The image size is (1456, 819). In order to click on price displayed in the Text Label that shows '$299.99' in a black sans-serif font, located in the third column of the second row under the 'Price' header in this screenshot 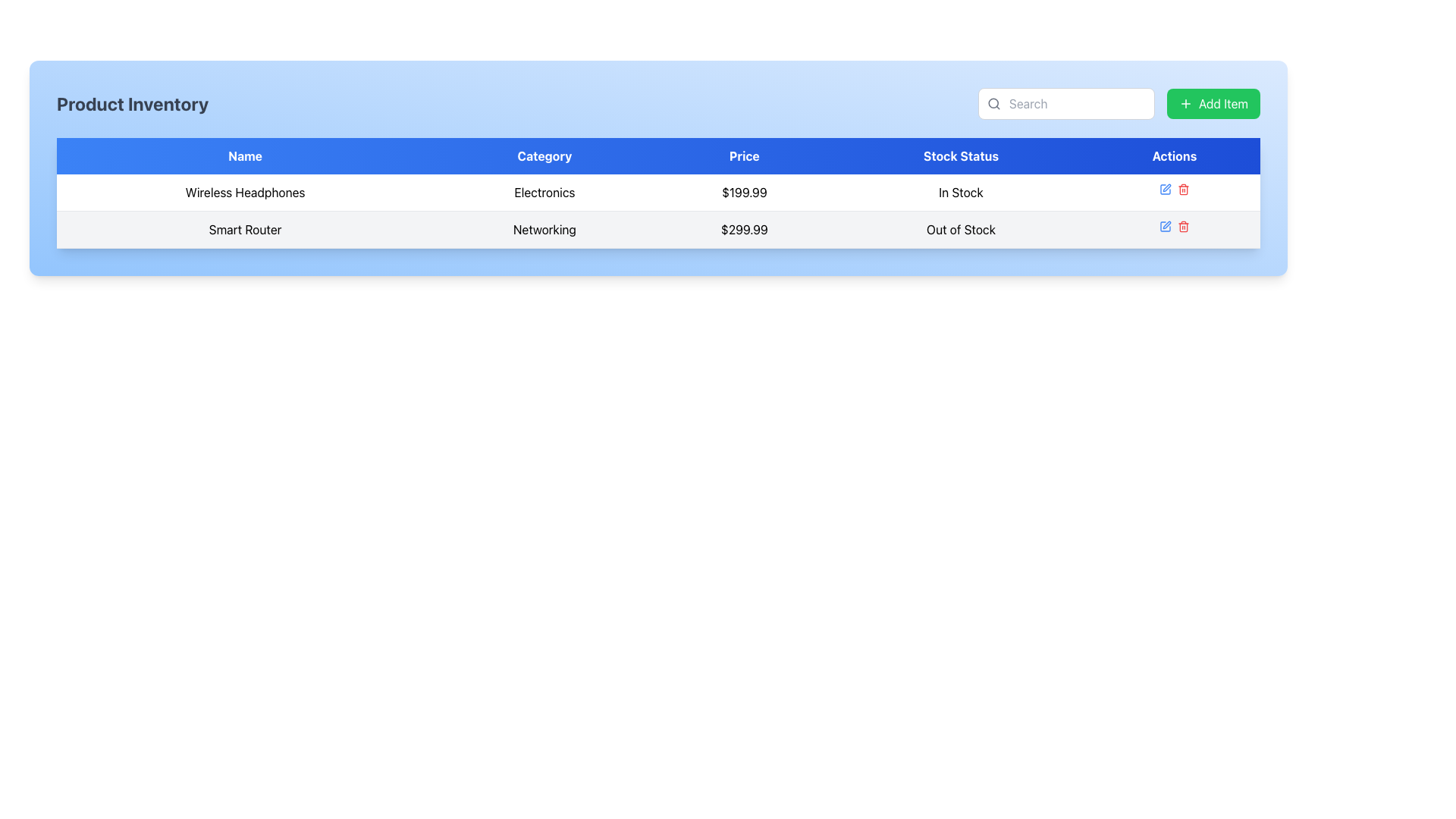, I will do `click(744, 230)`.